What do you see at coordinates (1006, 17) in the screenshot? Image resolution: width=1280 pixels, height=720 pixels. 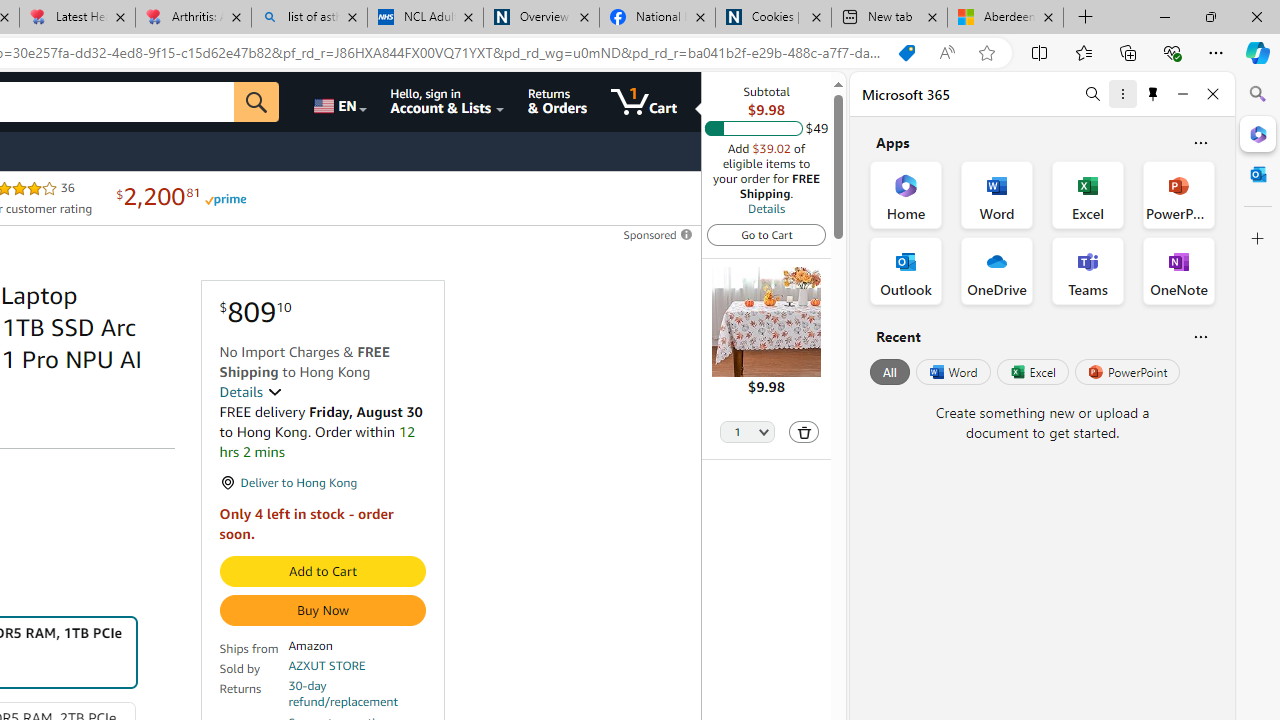 I see `'Aberdeen, Hong Kong SAR hourly forecast | Microsoft Weather'` at bounding box center [1006, 17].